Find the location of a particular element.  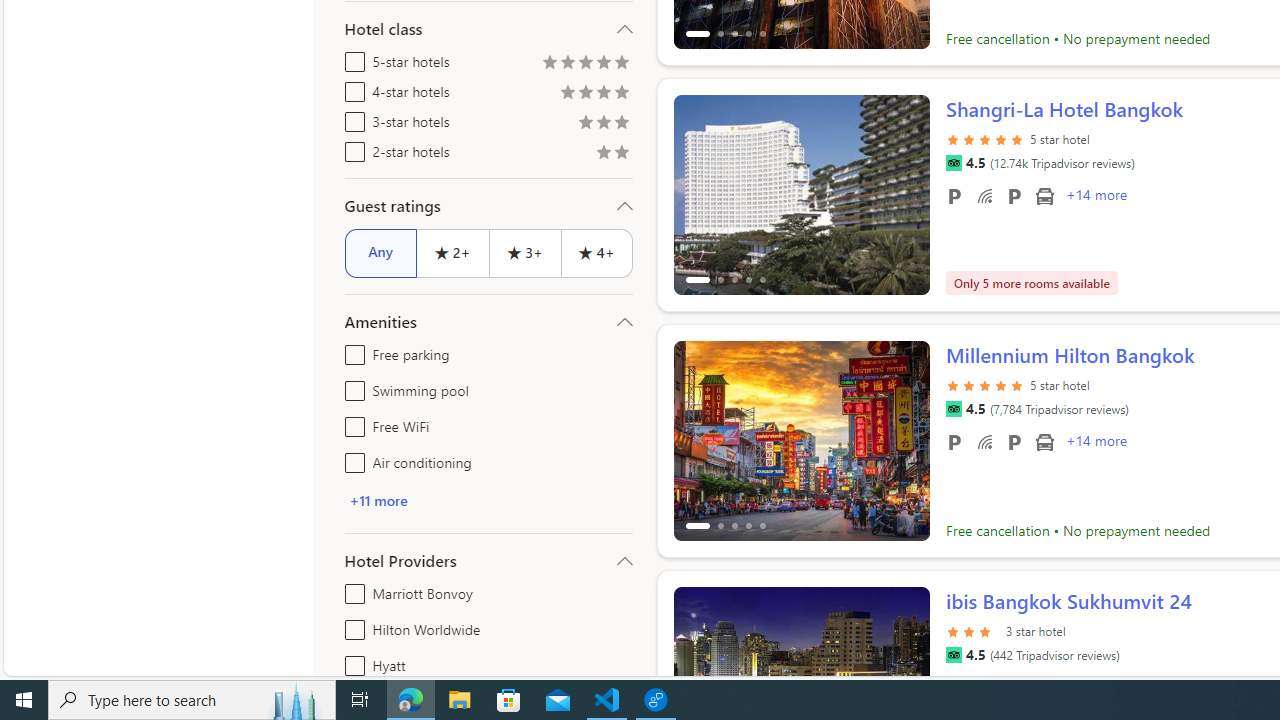

'4+' is located at coordinates (596, 252).